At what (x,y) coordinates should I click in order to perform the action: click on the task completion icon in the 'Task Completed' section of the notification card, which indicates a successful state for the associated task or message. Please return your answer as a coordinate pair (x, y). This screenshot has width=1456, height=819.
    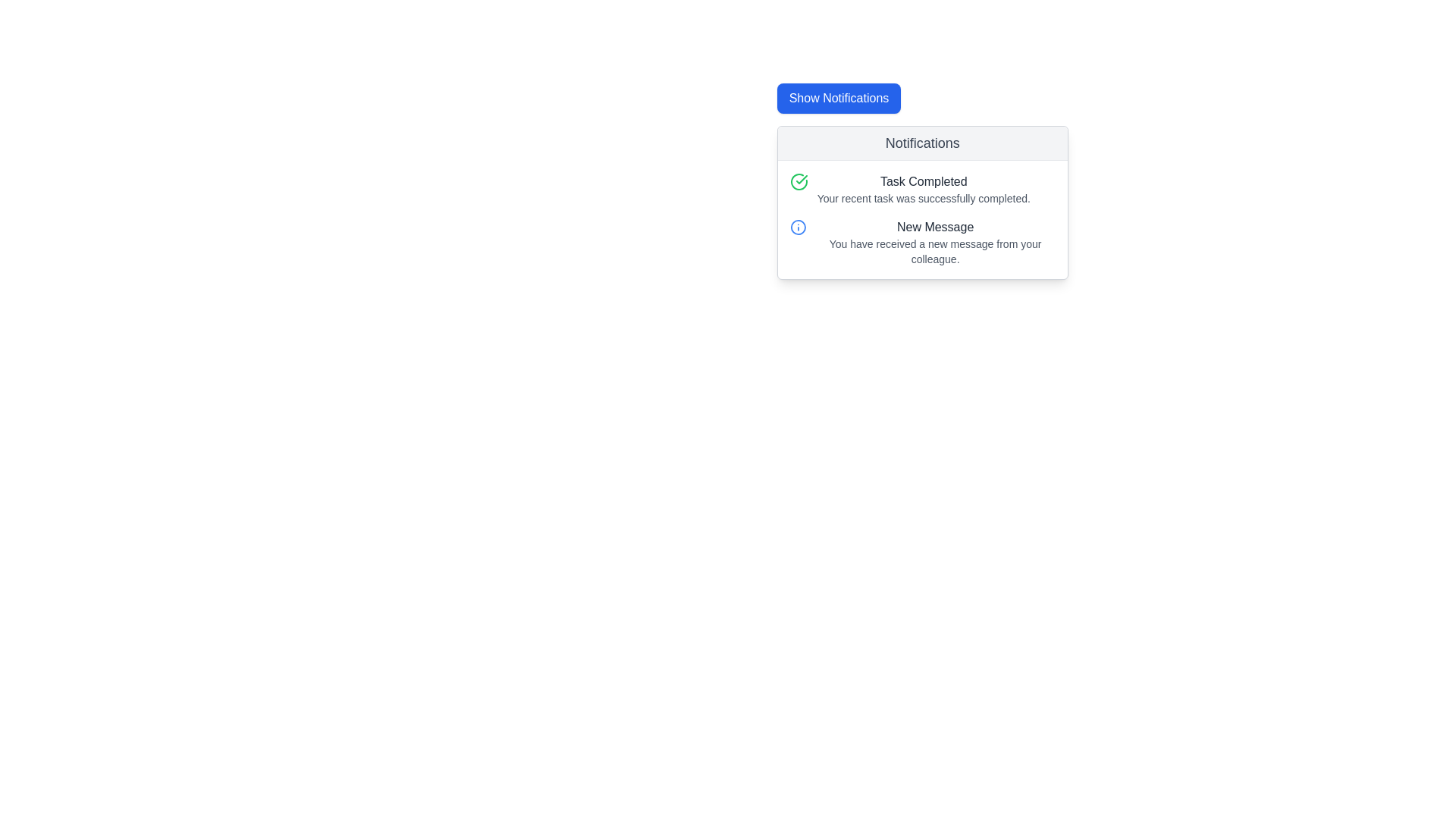
    Looking at the image, I should click on (798, 180).